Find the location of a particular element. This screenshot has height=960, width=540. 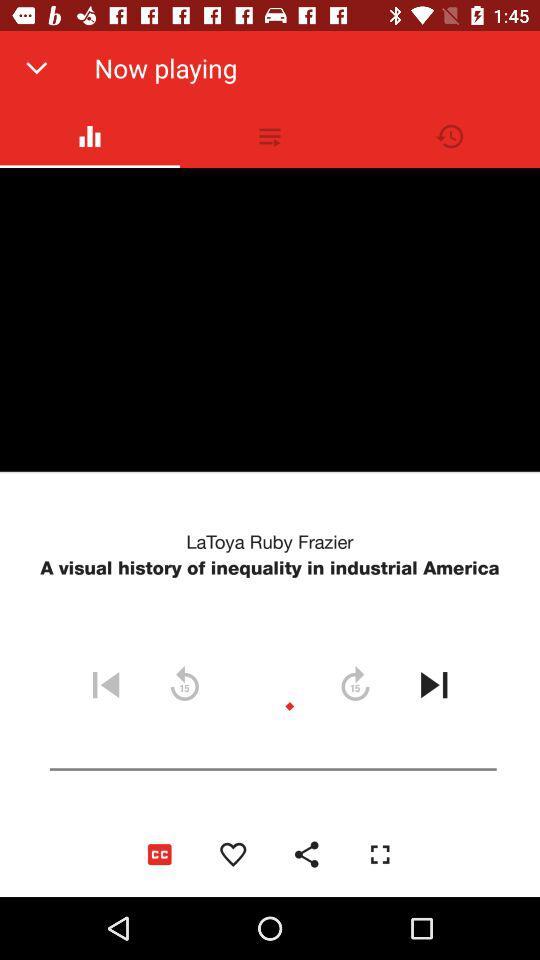

the skip_next icon is located at coordinates (433, 684).